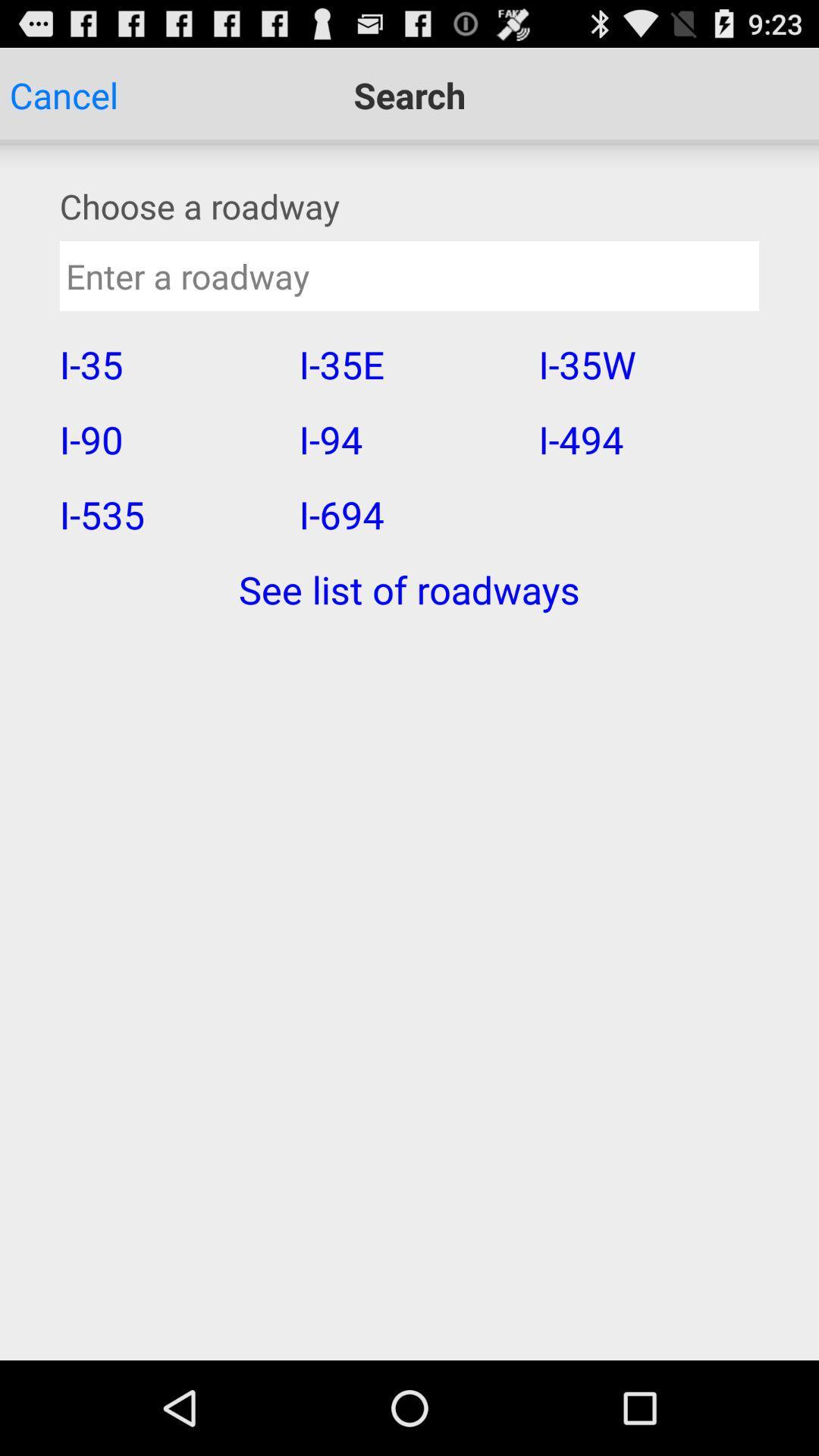  Describe the element at coordinates (408, 438) in the screenshot. I see `the i-94 app` at that location.